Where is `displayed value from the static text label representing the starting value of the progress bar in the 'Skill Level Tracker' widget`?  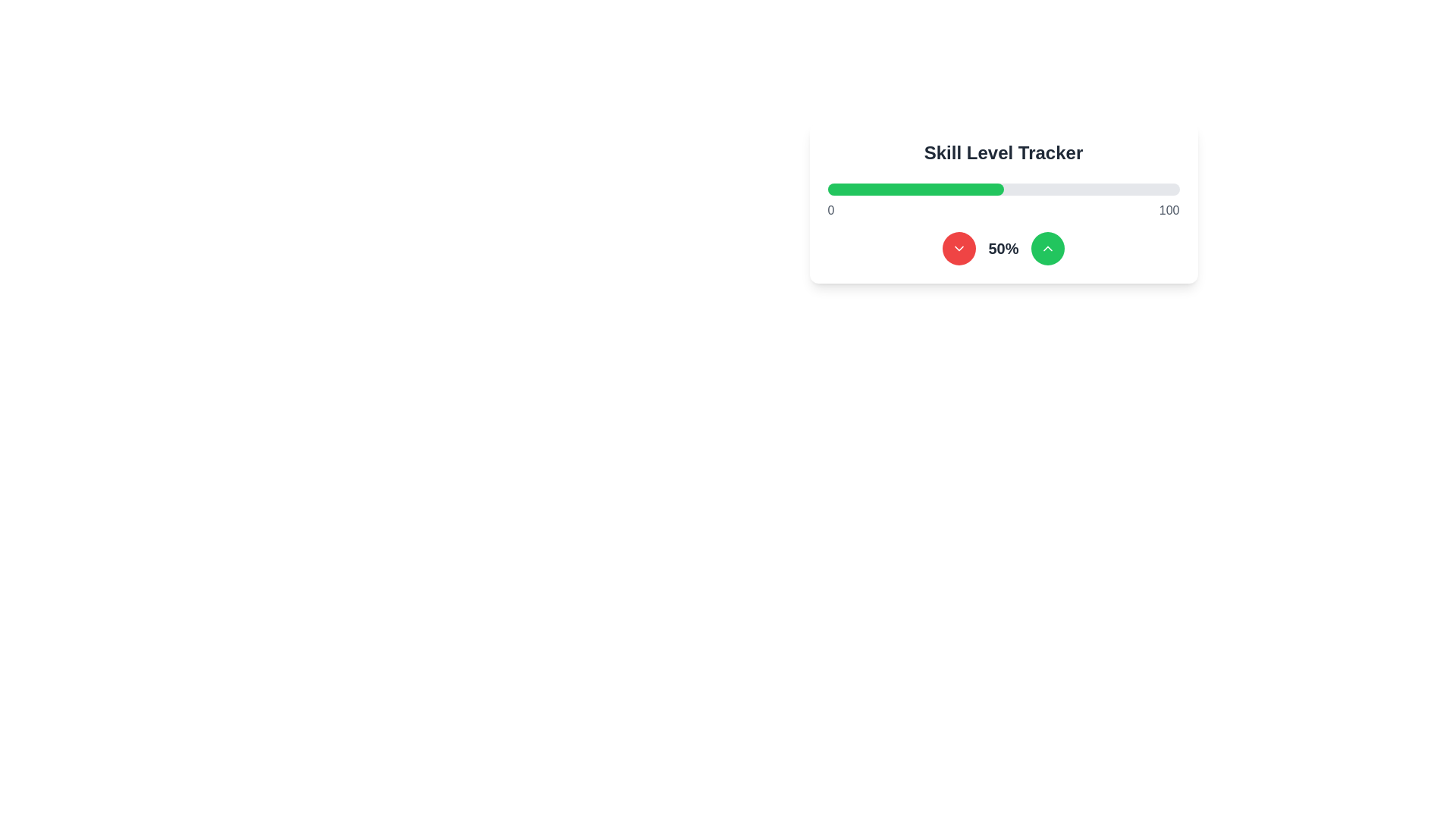
displayed value from the static text label representing the starting value of the progress bar in the 'Skill Level Tracker' widget is located at coordinates (830, 210).